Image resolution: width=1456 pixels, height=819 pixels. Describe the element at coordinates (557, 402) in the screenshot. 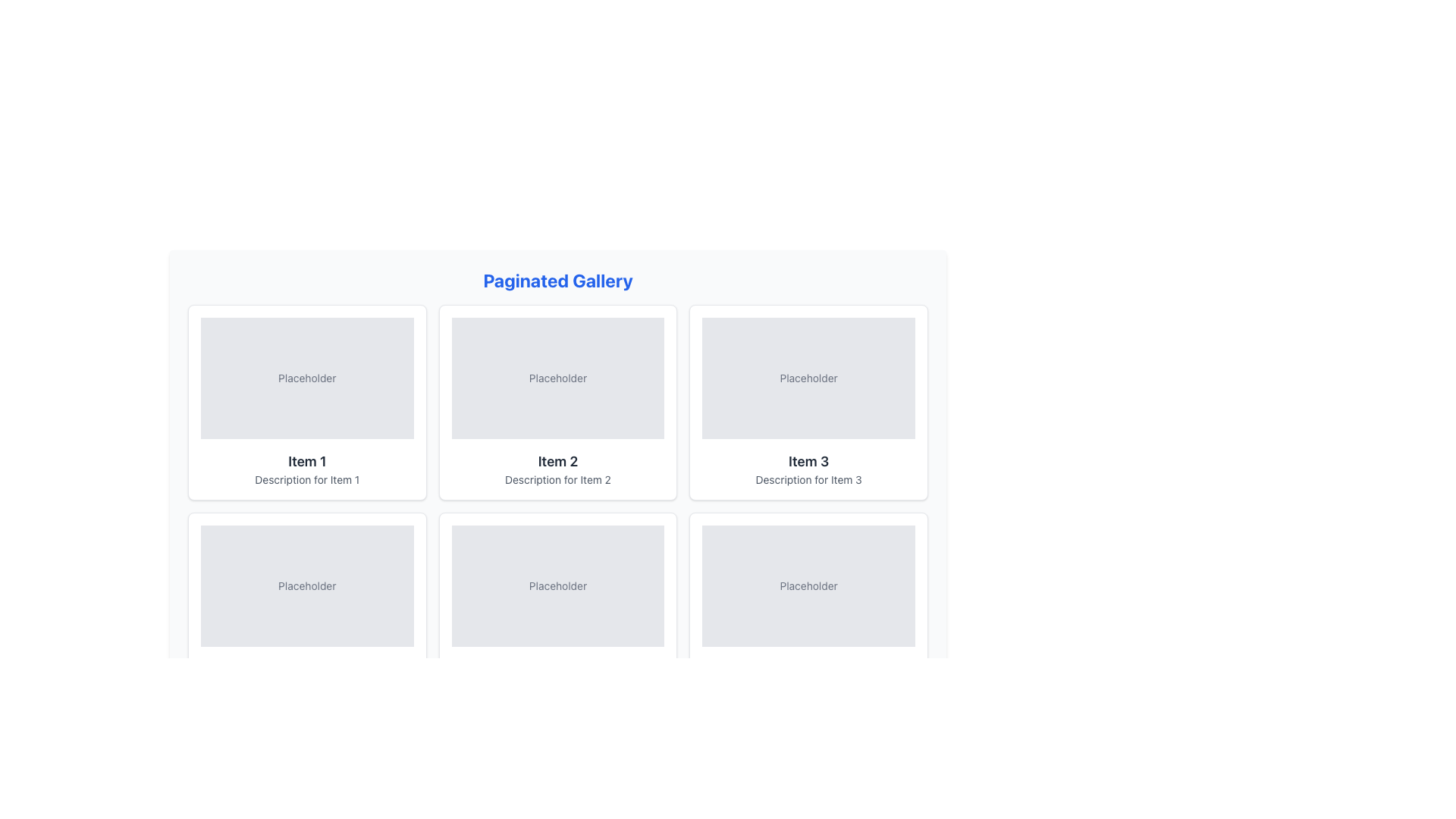

I see `the second item card in the gallery displaying content for 'Item 2'` at that location.